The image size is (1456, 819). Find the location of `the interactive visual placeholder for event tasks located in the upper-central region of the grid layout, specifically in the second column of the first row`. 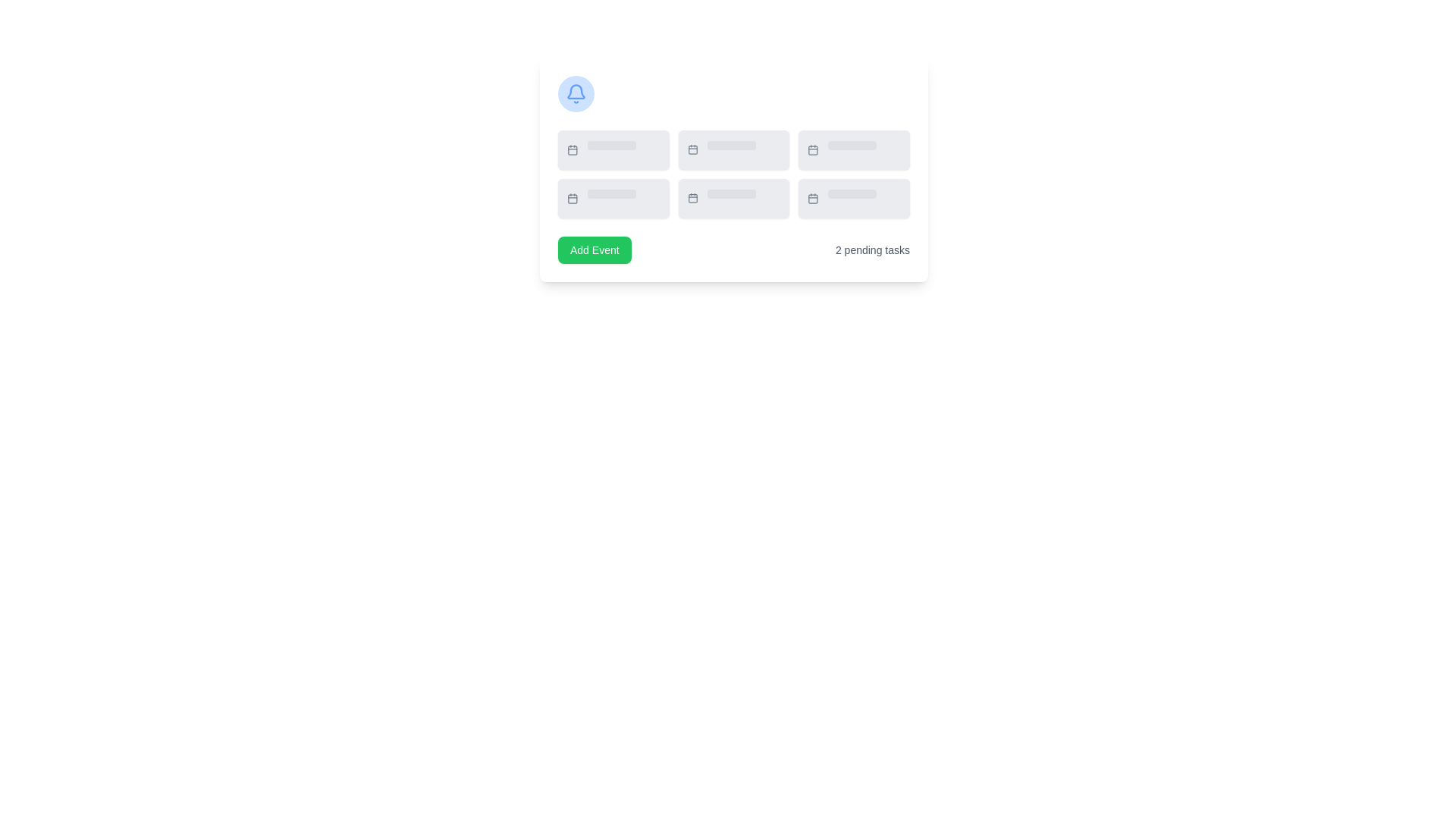

the interactive visual placeholder for event tasks located in the upper-central region of the grid layout, specifically in the second column of the first row is located at coordinates (734, 169).